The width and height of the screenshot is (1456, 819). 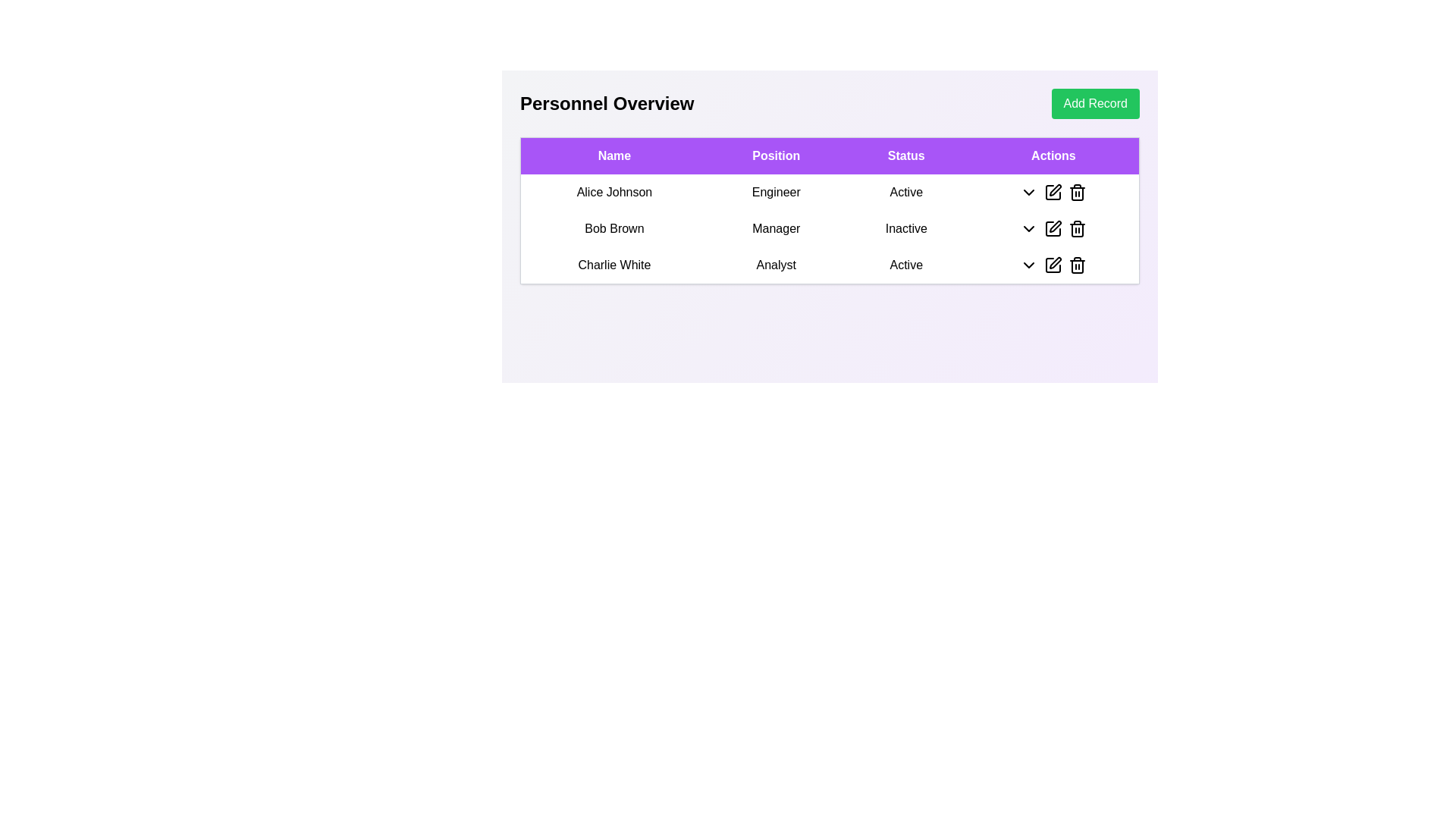 What do you see at coordinates (776, 155) in the screenshot?
I see `the 'Position' header label in the data table, which is located second from the left in the header row, between 'Name' and 'Status'` at bounding box center [776, 155].